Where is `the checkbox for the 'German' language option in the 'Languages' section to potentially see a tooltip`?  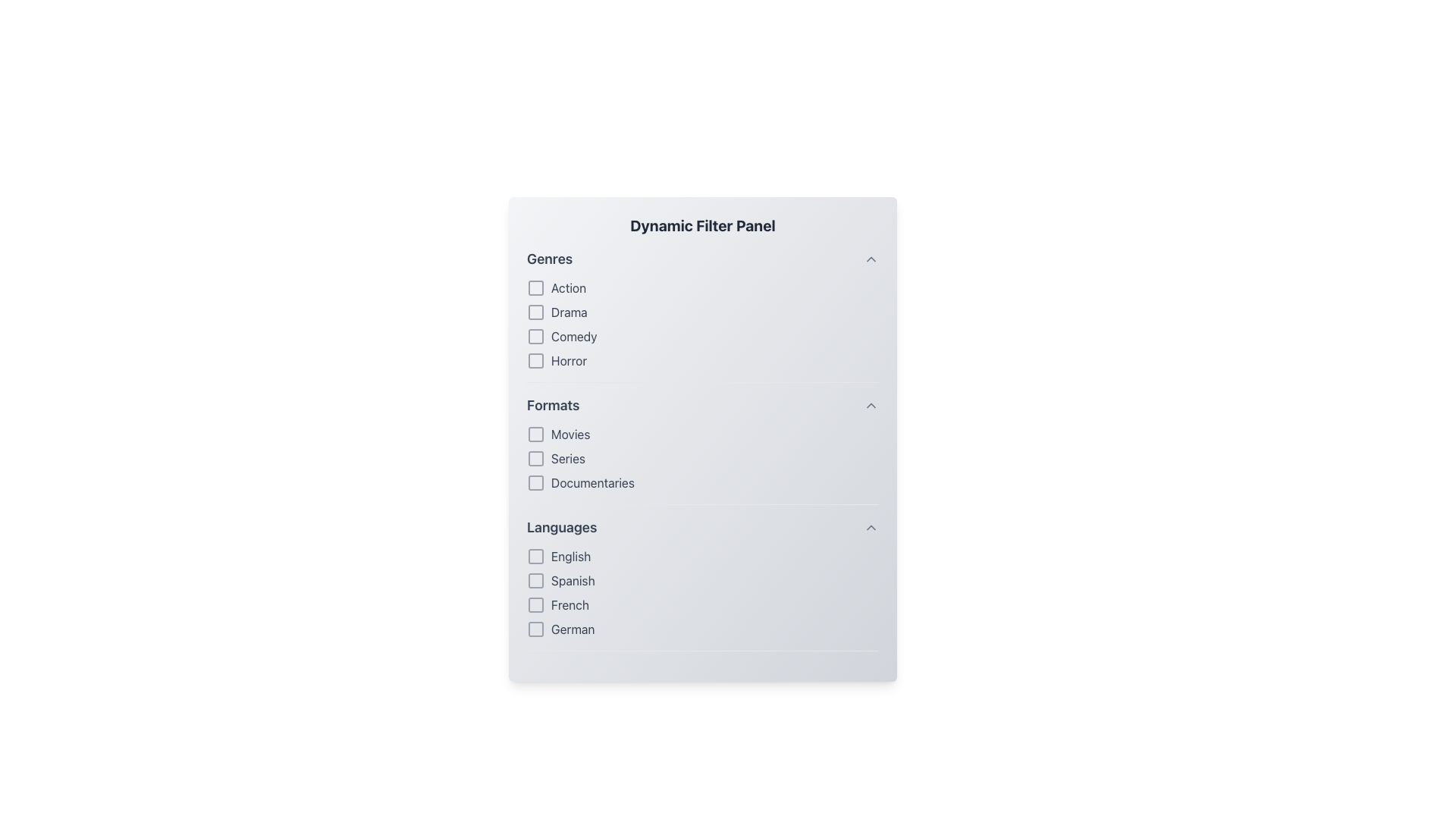
the checkbox for the 'German' language option in the 'Languages' section to potentially see a tooltip is located at coordinates (535, 629).